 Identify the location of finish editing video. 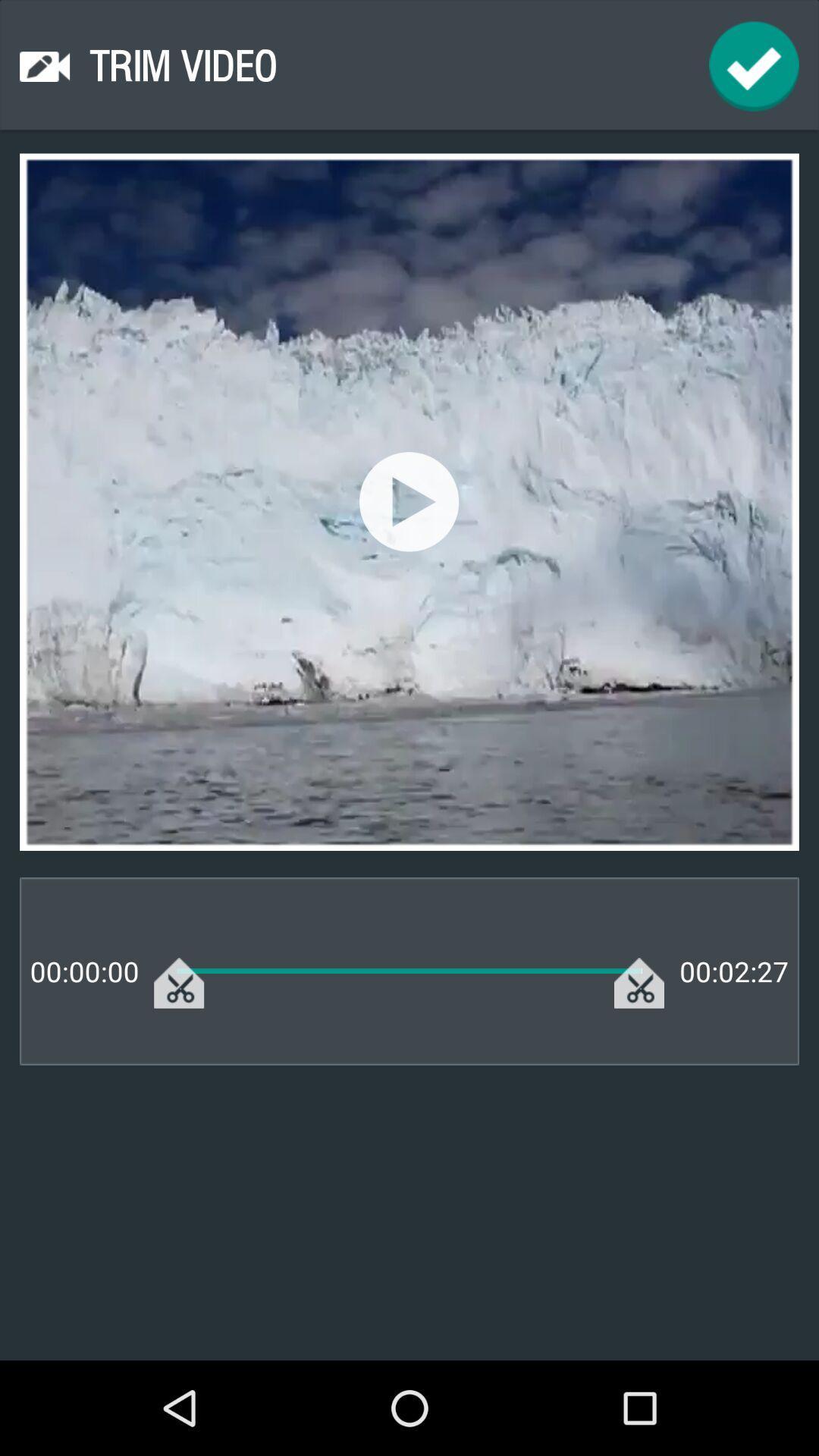
(754, 65).